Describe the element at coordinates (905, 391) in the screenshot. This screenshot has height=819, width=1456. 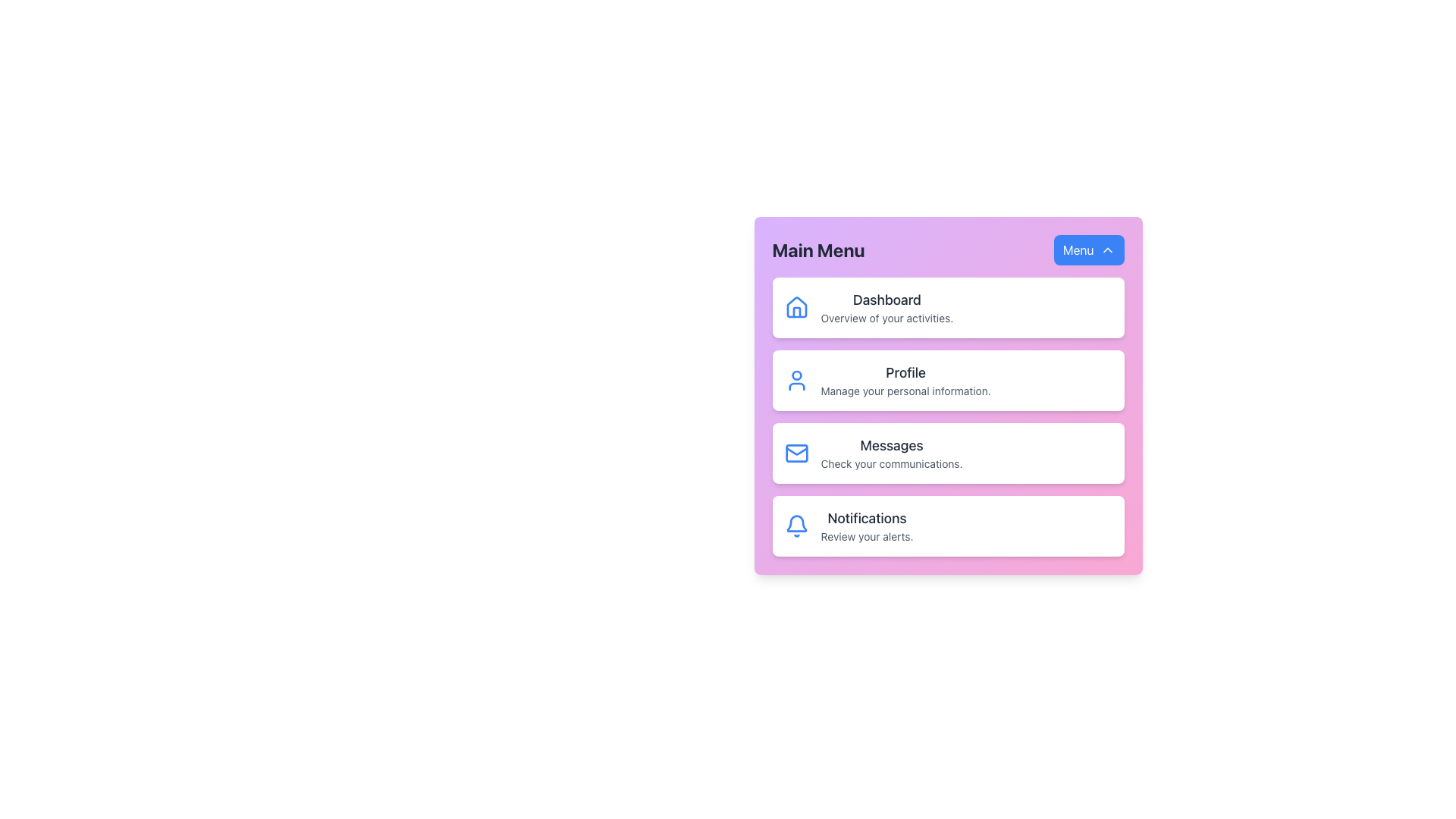
I see `the text label reading 'Manage your personal information.' which is in gray color and located below the 'Profile' text label` at that location.